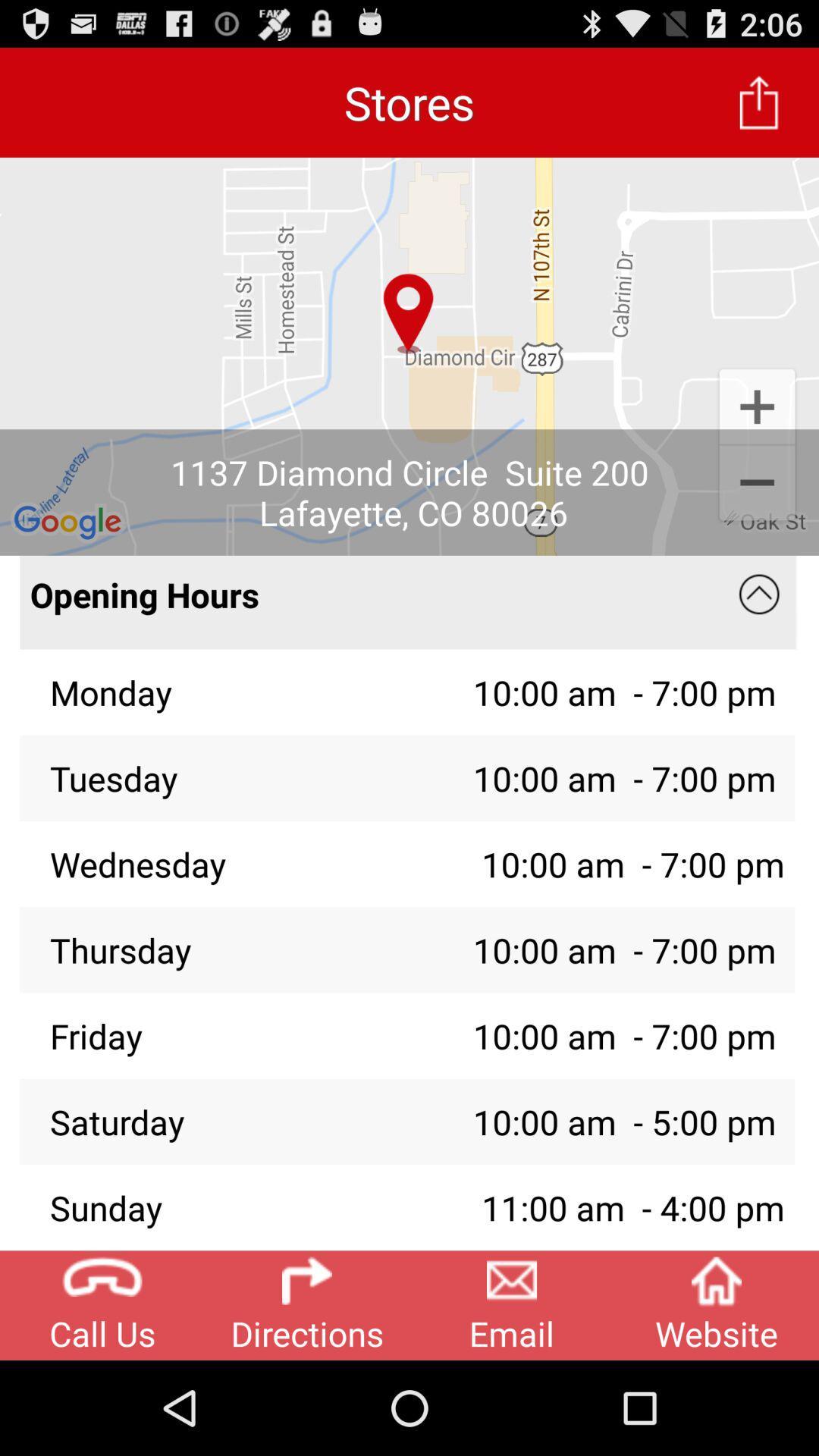 The width and height of the screenshot is (819, 1456). What do you see at coordinates (512, 1304) in the screenshot?
I see `email icon` at bounding box center [512, 1304].